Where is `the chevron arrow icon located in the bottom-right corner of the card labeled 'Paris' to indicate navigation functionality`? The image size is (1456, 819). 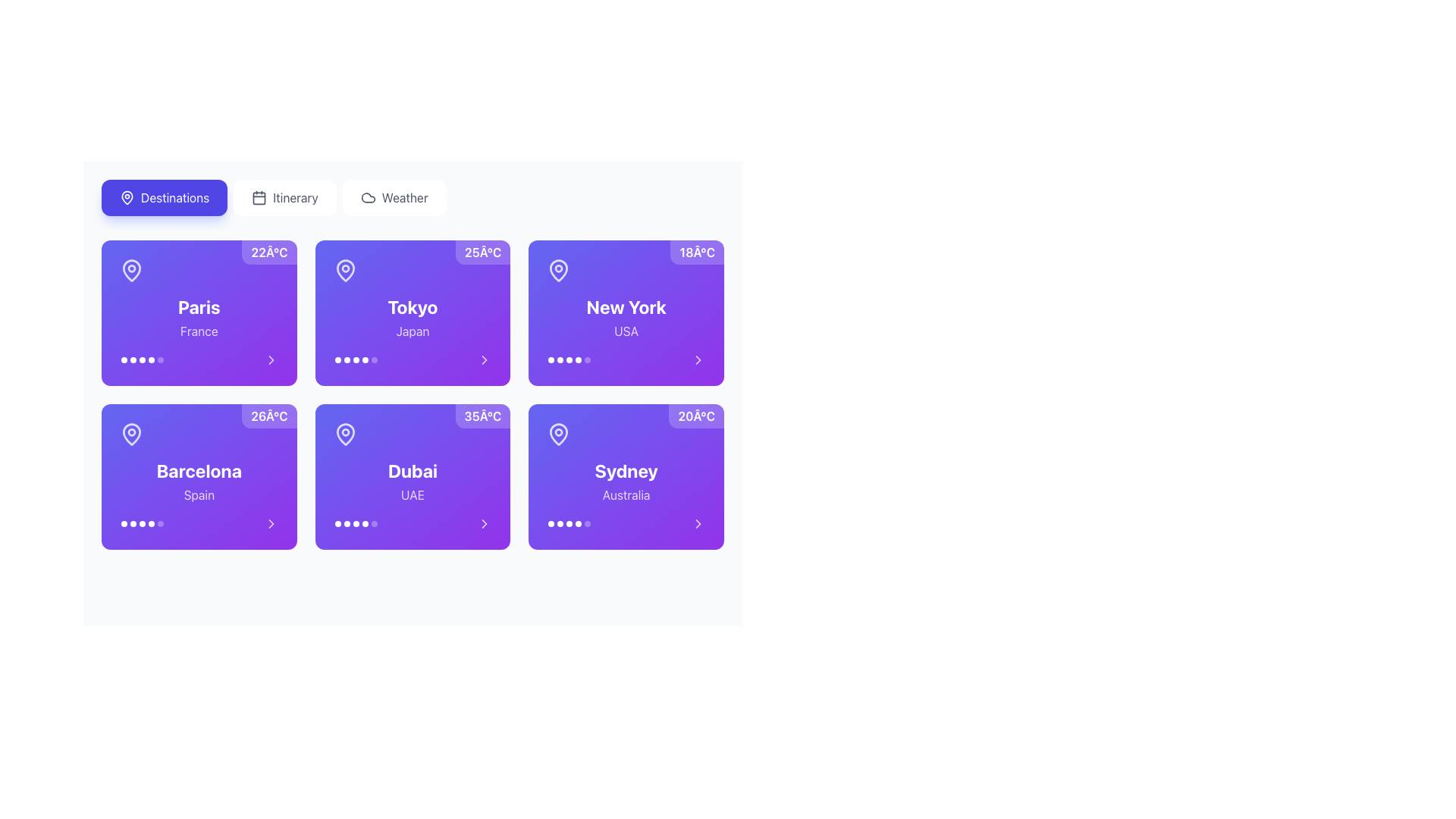 the chevron arrow icon located in the bottom-right corner of the card labeled 'Paris' to indicate navigation functionality is located at coordinates (271, 359).